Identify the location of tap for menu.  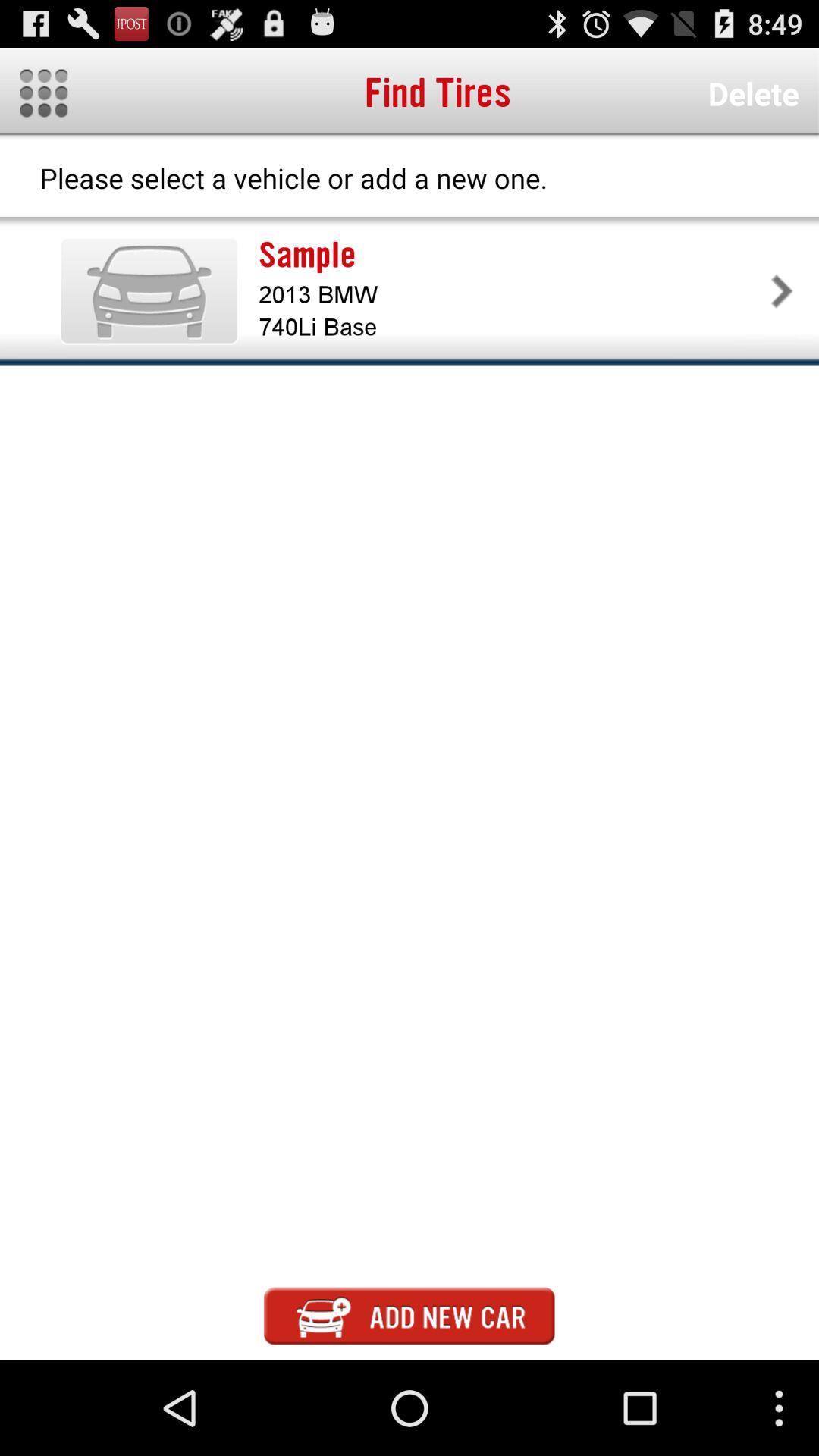
(42, 93).